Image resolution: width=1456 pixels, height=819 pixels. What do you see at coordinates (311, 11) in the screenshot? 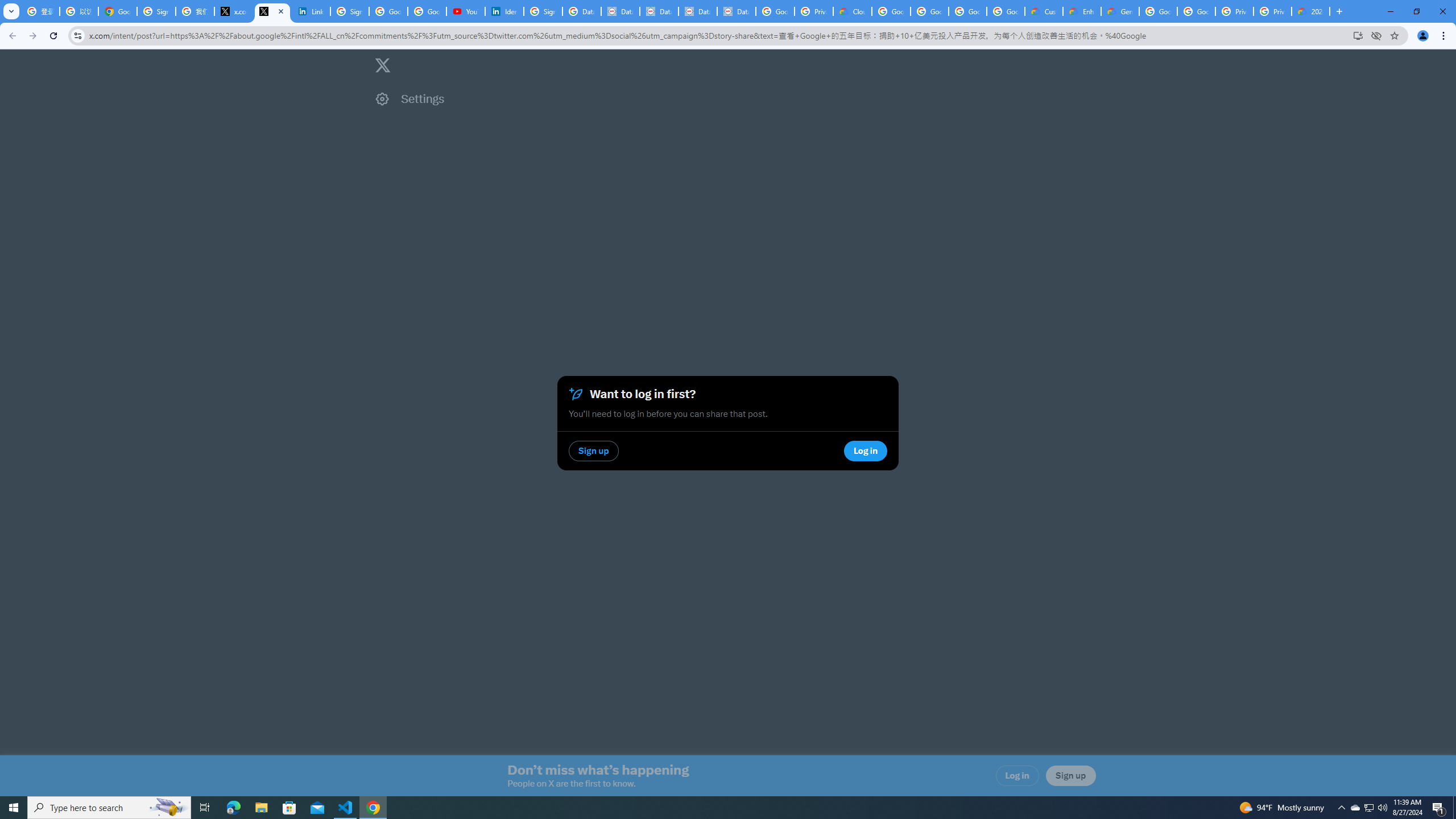
I see `'LinkedIn Privacy Policy'` at bounding box center [311, 11].